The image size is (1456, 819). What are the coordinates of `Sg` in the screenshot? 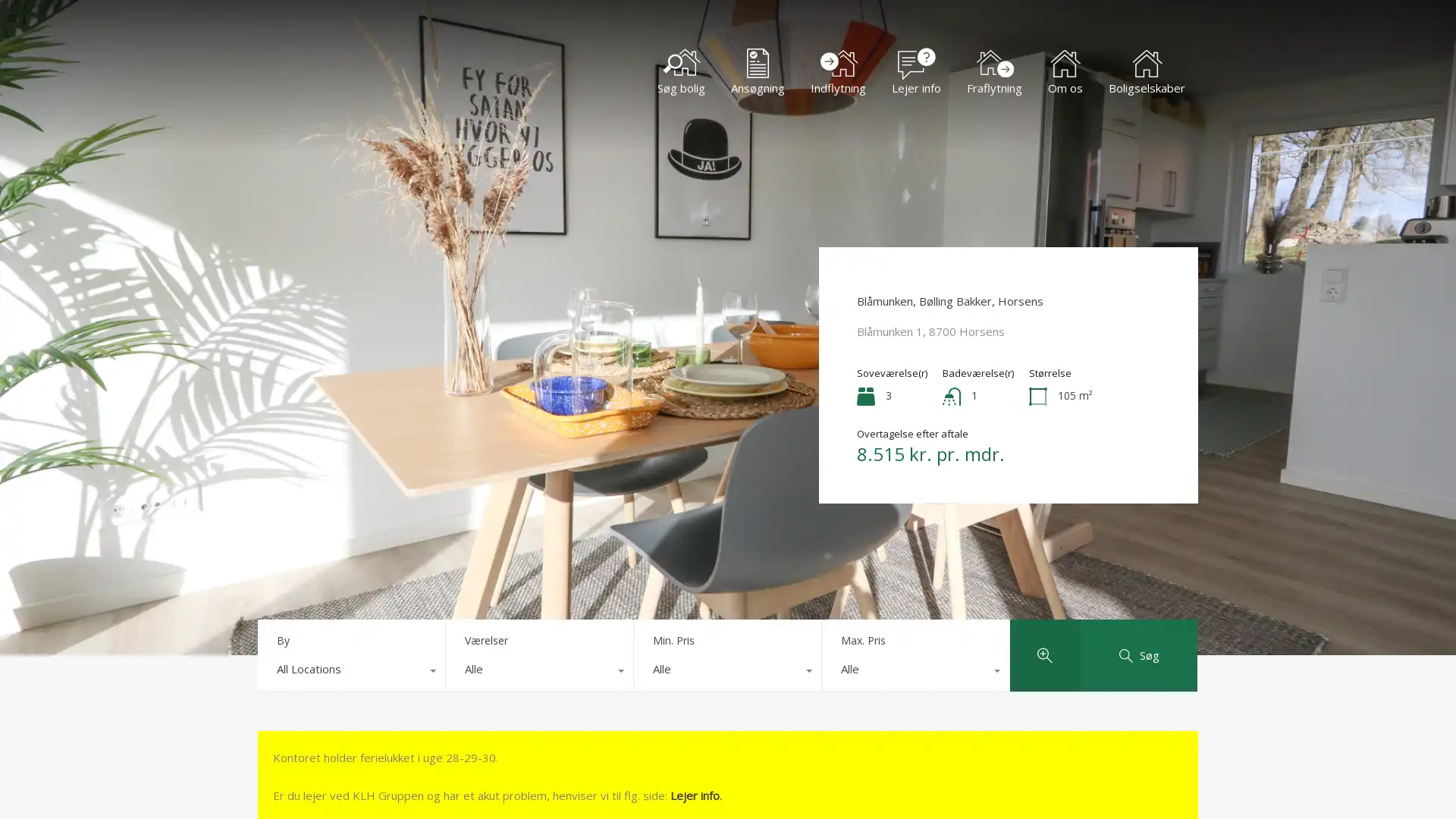 It's located at (1138, 654).